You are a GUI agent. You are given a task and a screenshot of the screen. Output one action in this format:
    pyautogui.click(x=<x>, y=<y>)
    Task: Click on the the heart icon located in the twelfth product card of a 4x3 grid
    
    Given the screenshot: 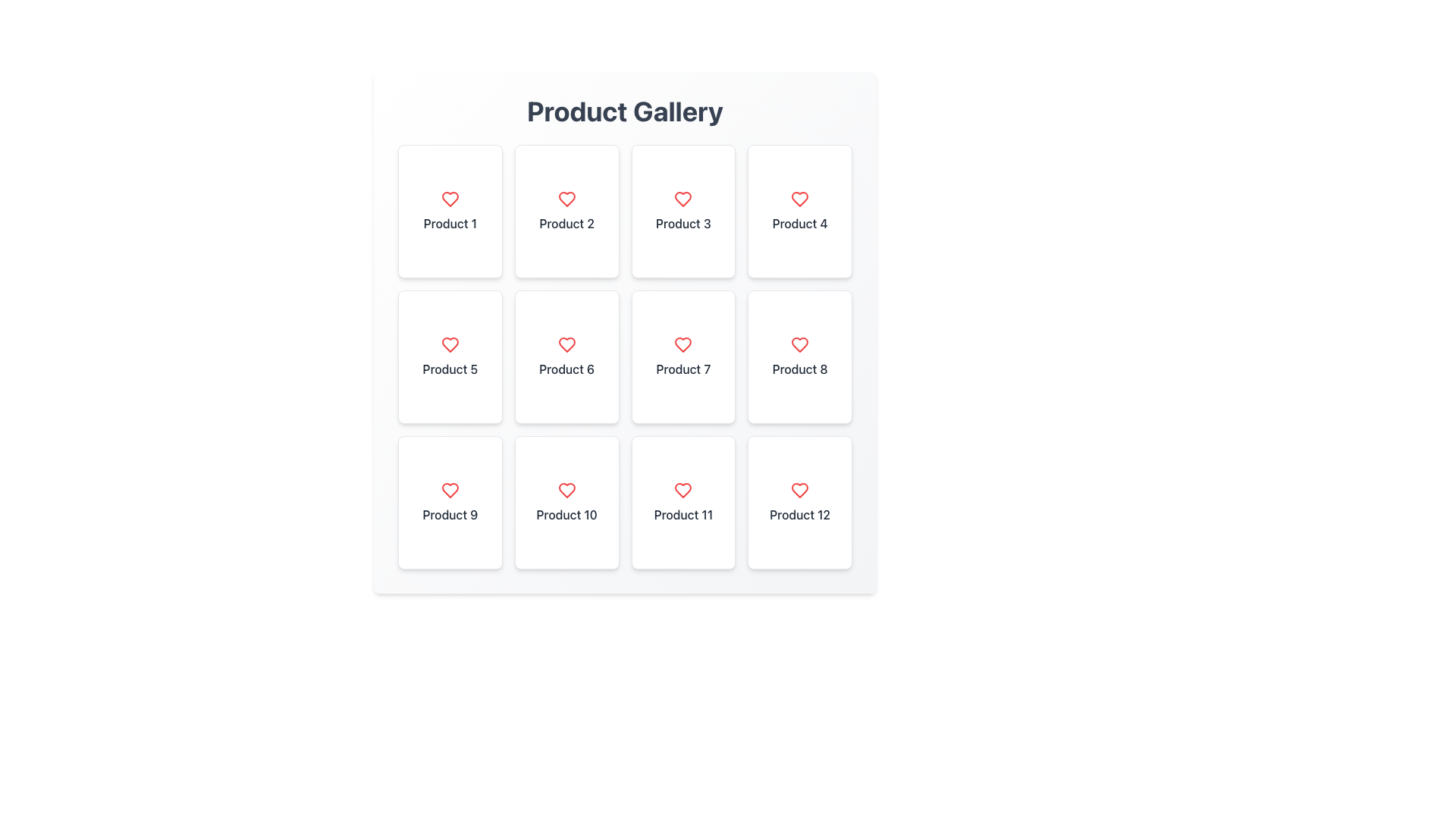 What is the action you would take?
    pyautogui.click(x=799, y=491)
    